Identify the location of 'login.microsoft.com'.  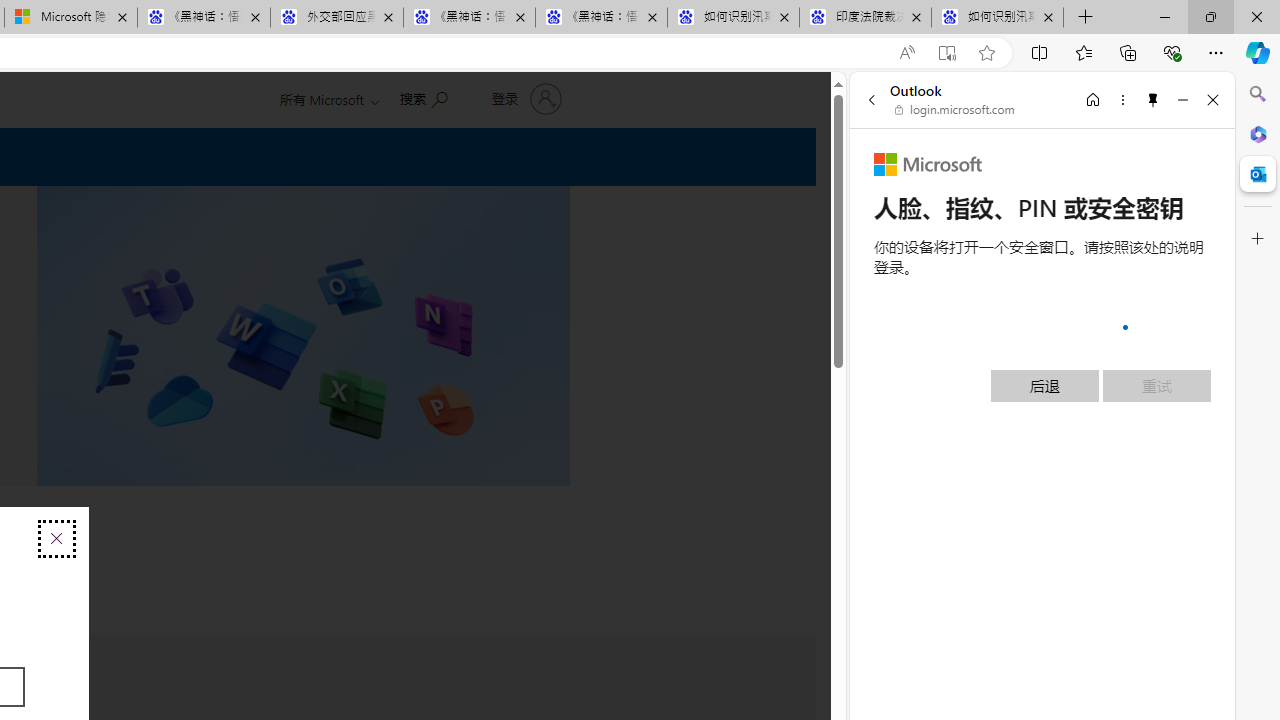
(954, 110).